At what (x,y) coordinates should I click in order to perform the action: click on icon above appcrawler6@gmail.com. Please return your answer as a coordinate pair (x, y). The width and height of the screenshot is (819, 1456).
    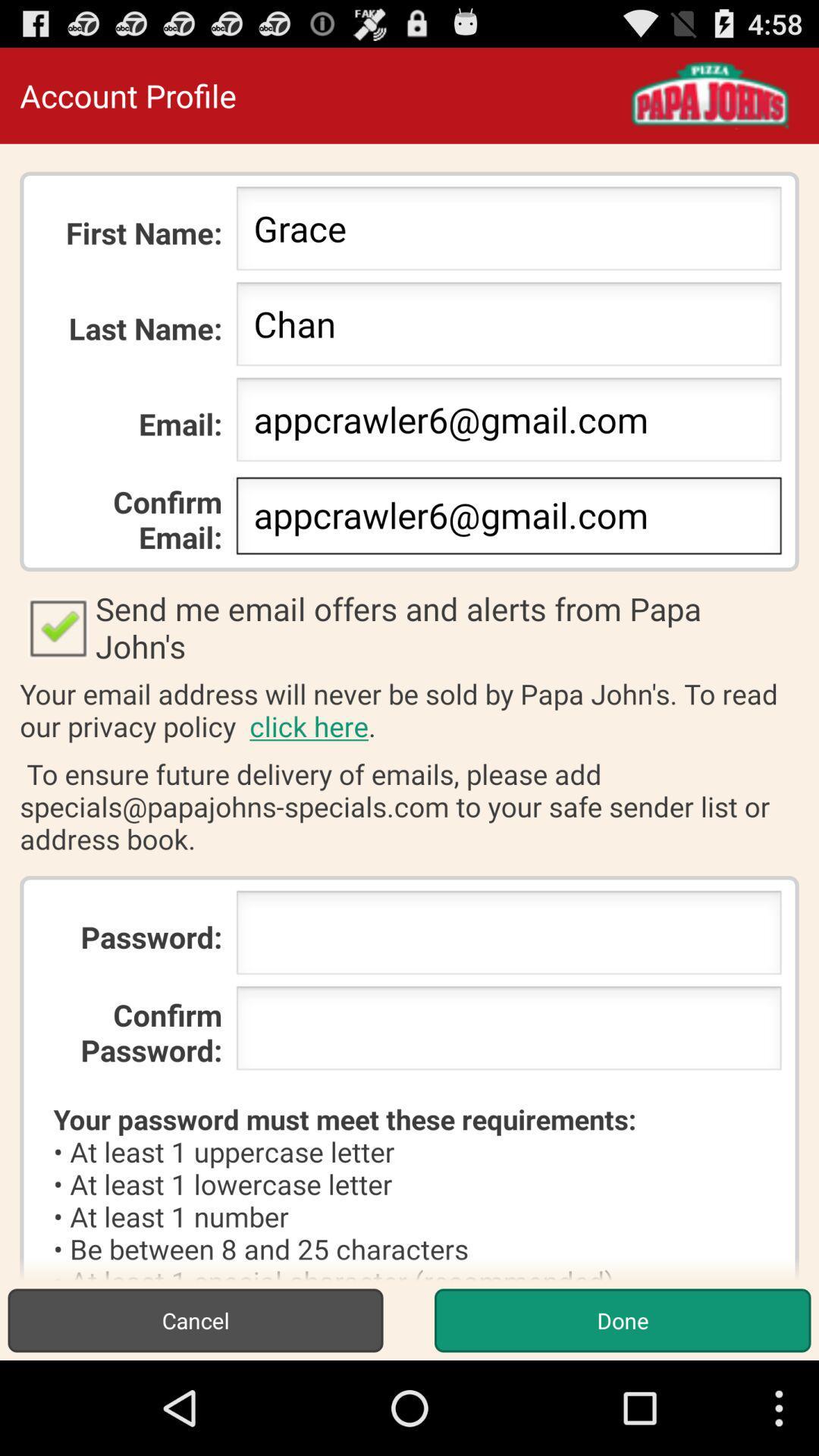
    Looking at the image, I should click on (509, 328).